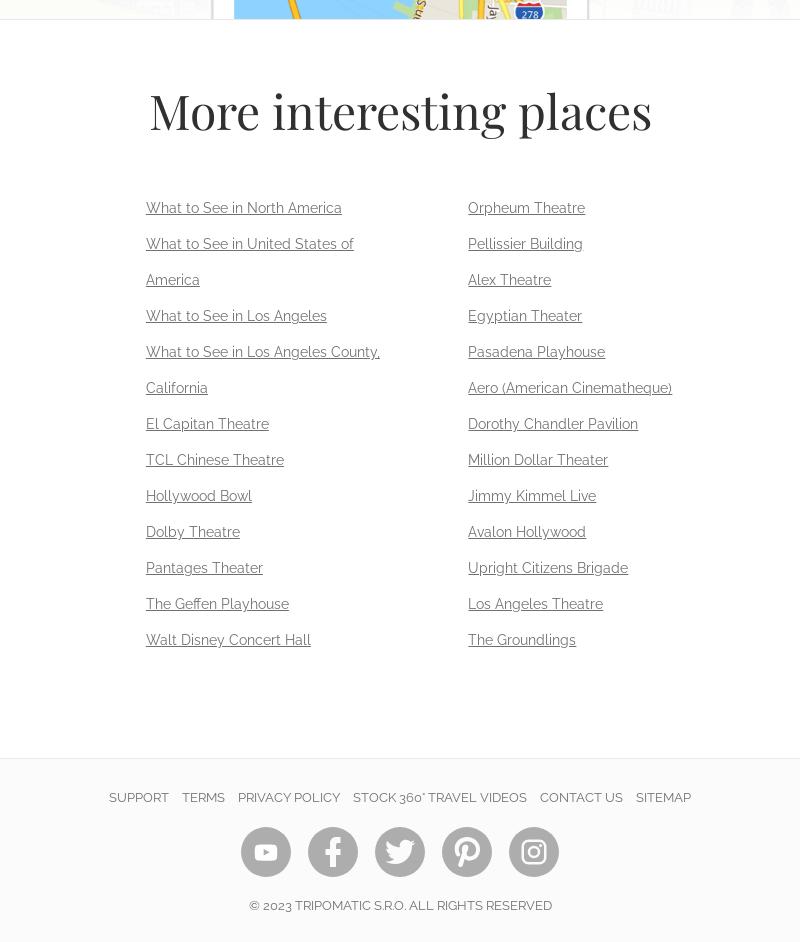 This screenshot has height=942, width=800. What do you see at coordinates (203, 568) in the screenshot?
I see `'Pantages Theater'` at bounding box center [203, 568].